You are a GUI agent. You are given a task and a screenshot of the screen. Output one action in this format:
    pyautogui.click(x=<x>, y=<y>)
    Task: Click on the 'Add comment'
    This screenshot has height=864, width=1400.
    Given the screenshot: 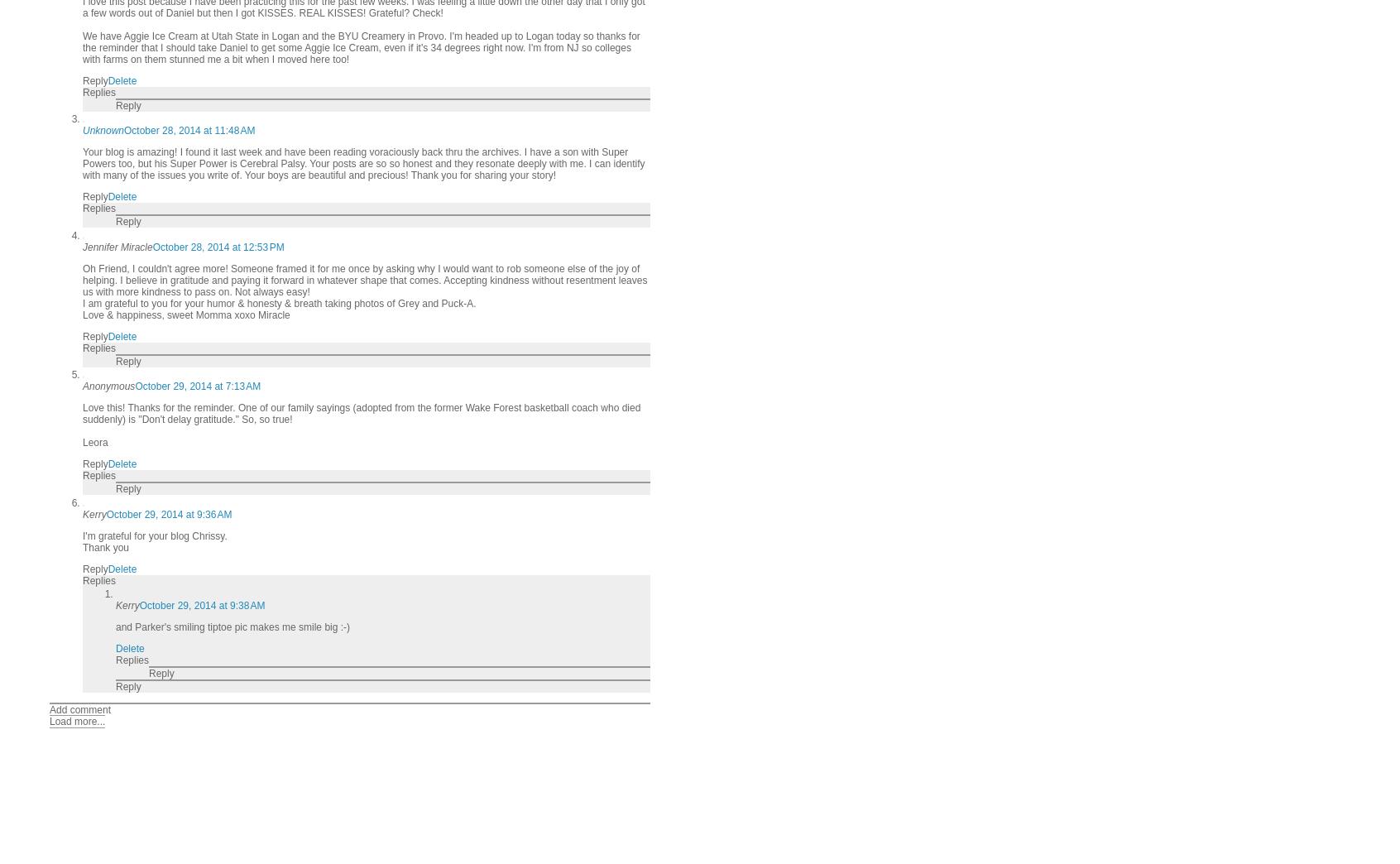 What is the action you would take?
    pyautogui.click(x=79, y=709)
    